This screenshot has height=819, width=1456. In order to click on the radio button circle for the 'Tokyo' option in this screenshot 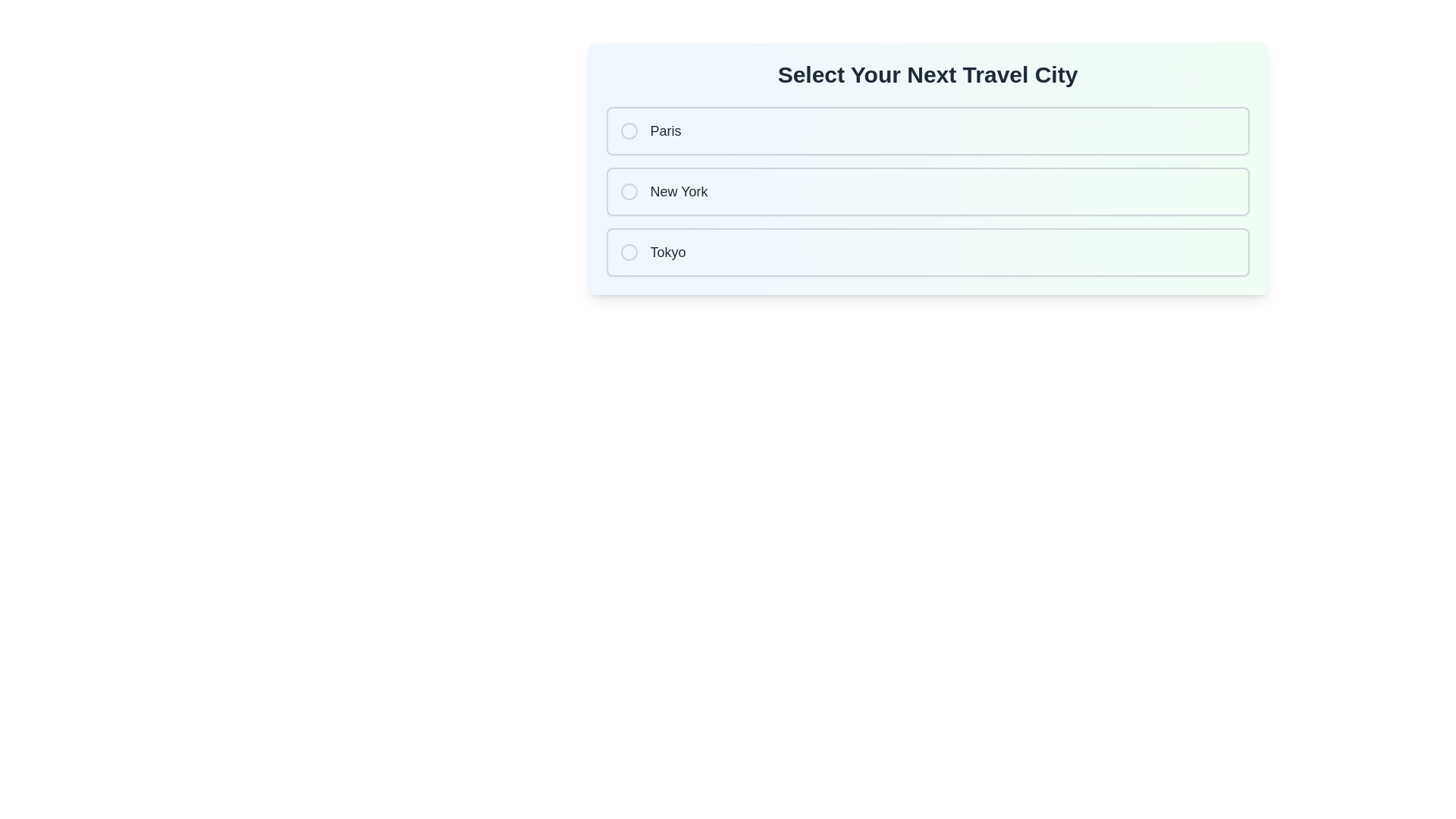, I will do `click(629, 251)`.